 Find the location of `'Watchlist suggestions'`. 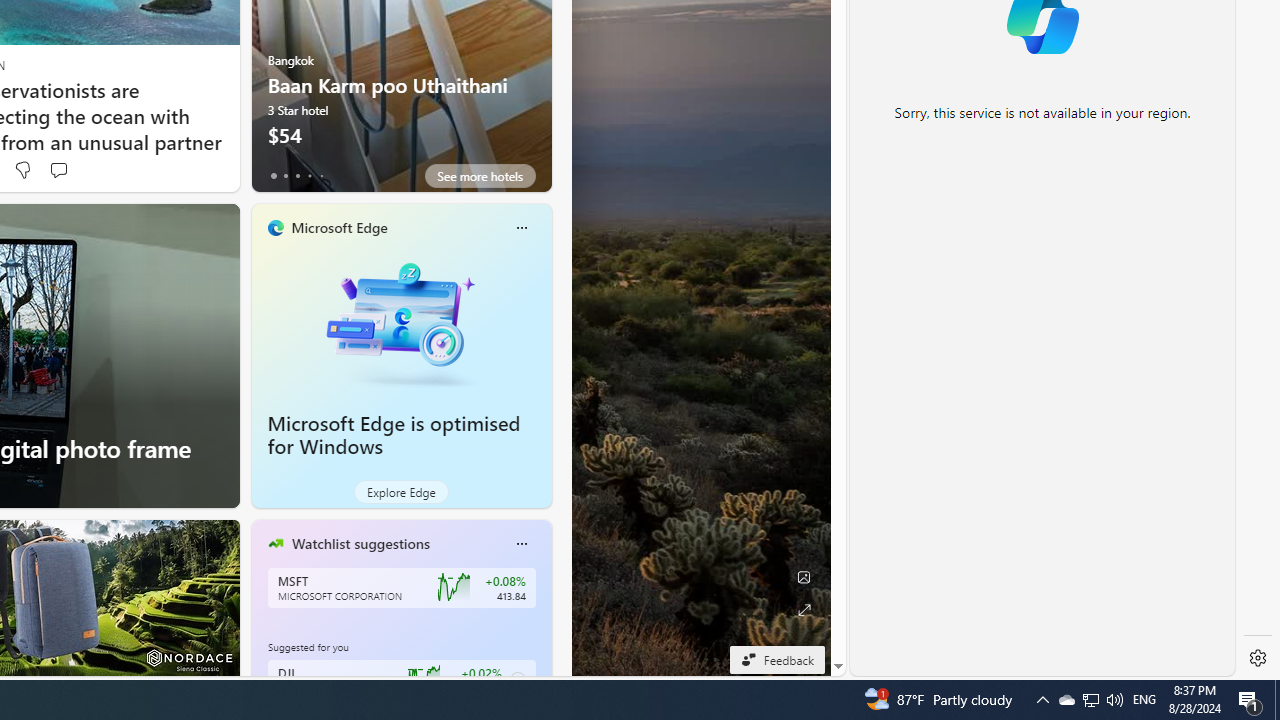

'Watchlist suggestions' is located at coordinates (360, 543).